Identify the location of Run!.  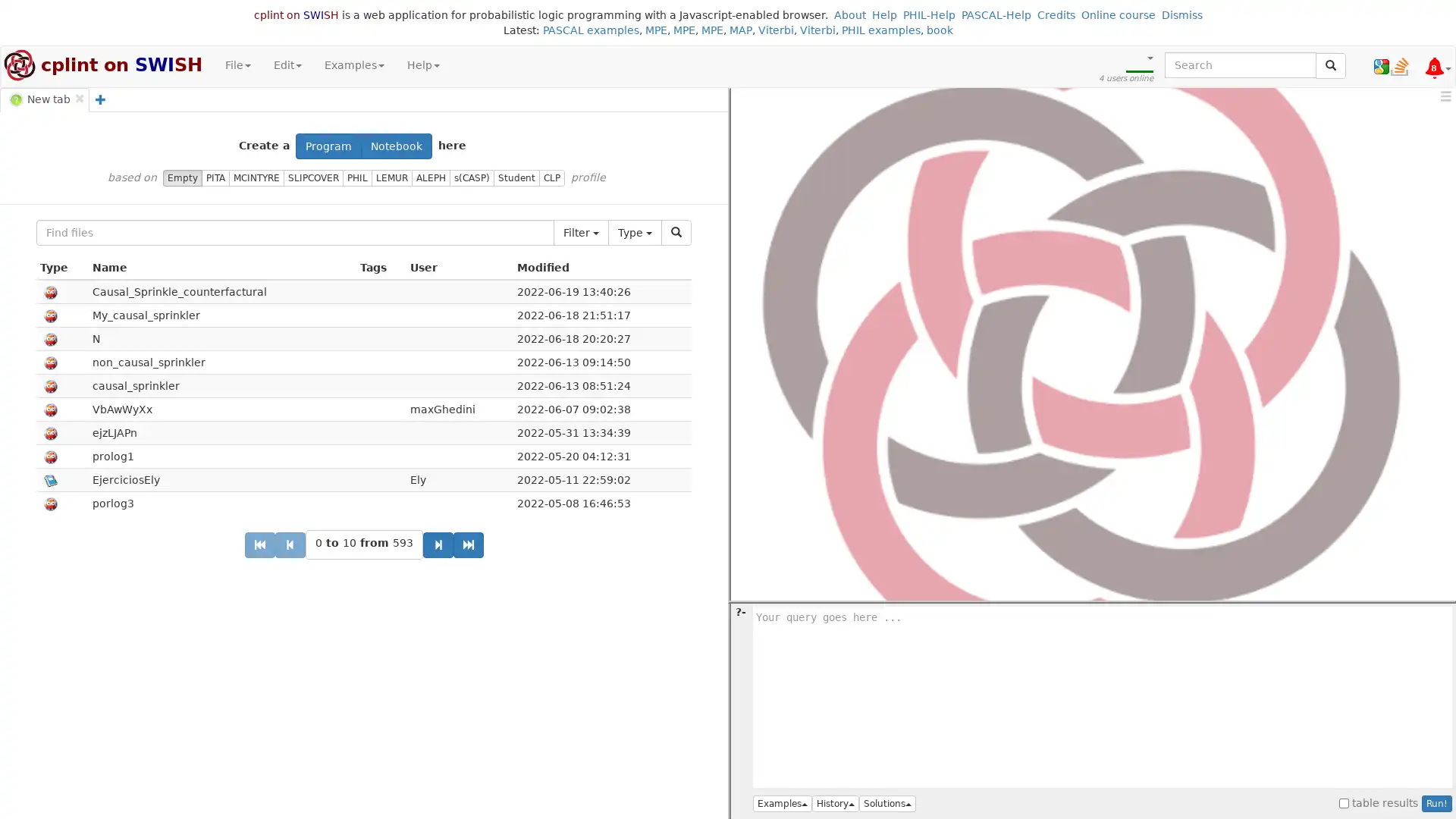
(1436, 803).